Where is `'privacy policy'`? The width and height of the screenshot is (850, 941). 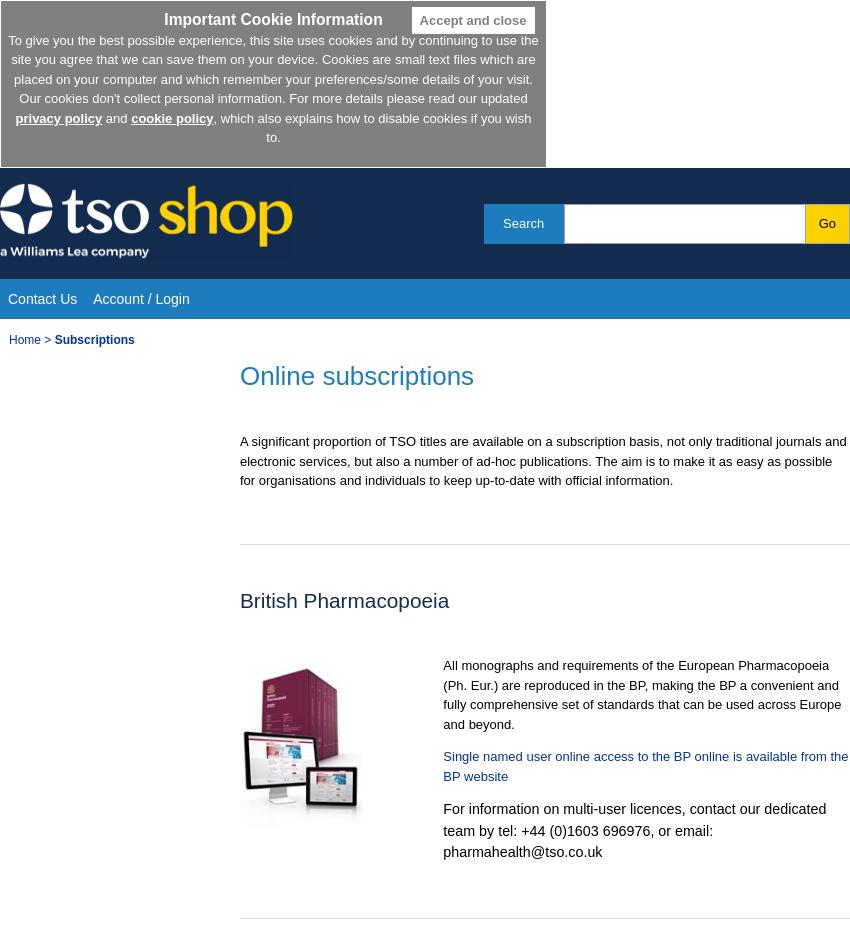 'privacy policy' is located at coordinates (13, 117).